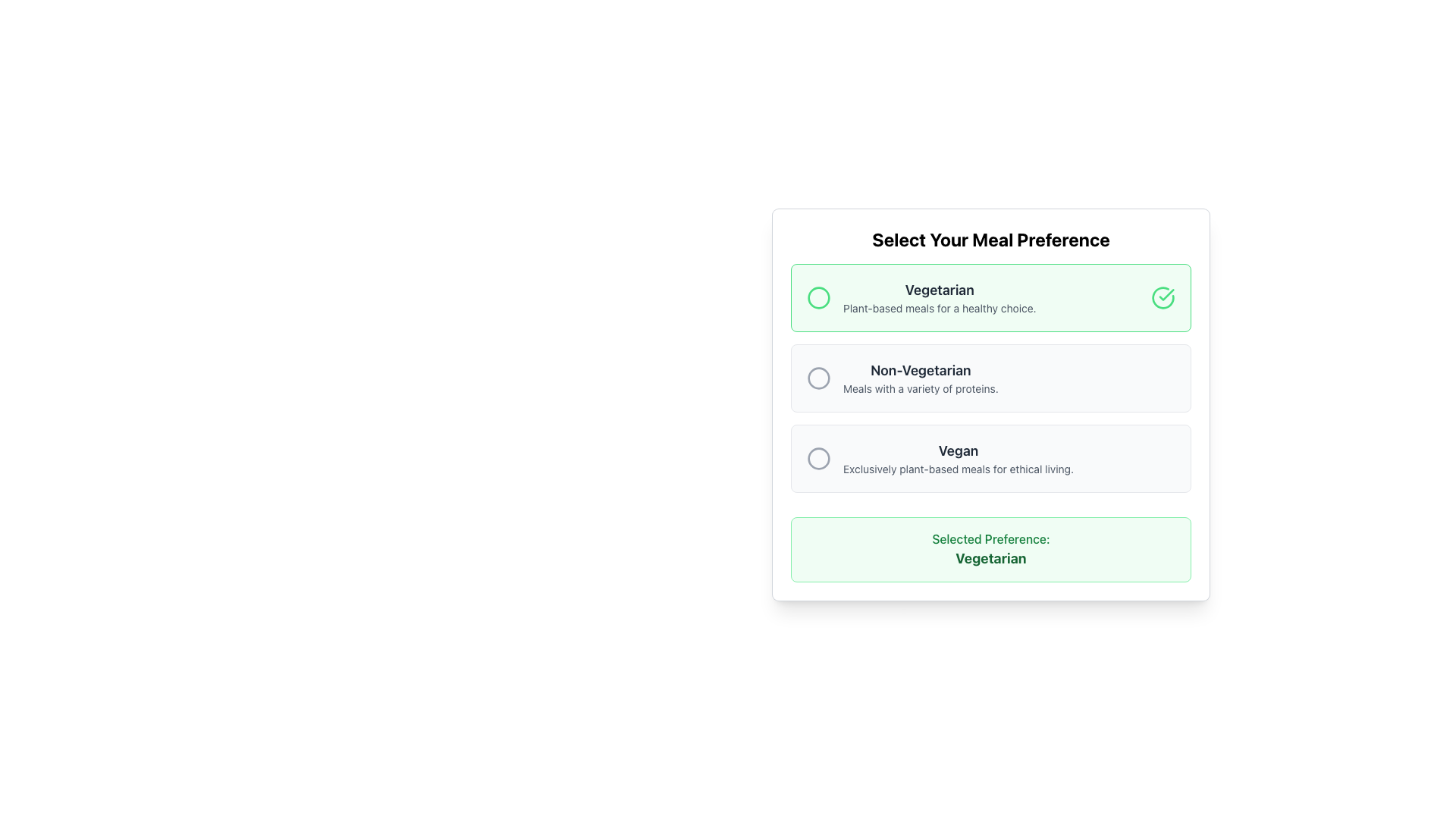  I want to click on the 'Vegetarian' meal preference icon located inside the green-highlighted box, so click(1166, 295).